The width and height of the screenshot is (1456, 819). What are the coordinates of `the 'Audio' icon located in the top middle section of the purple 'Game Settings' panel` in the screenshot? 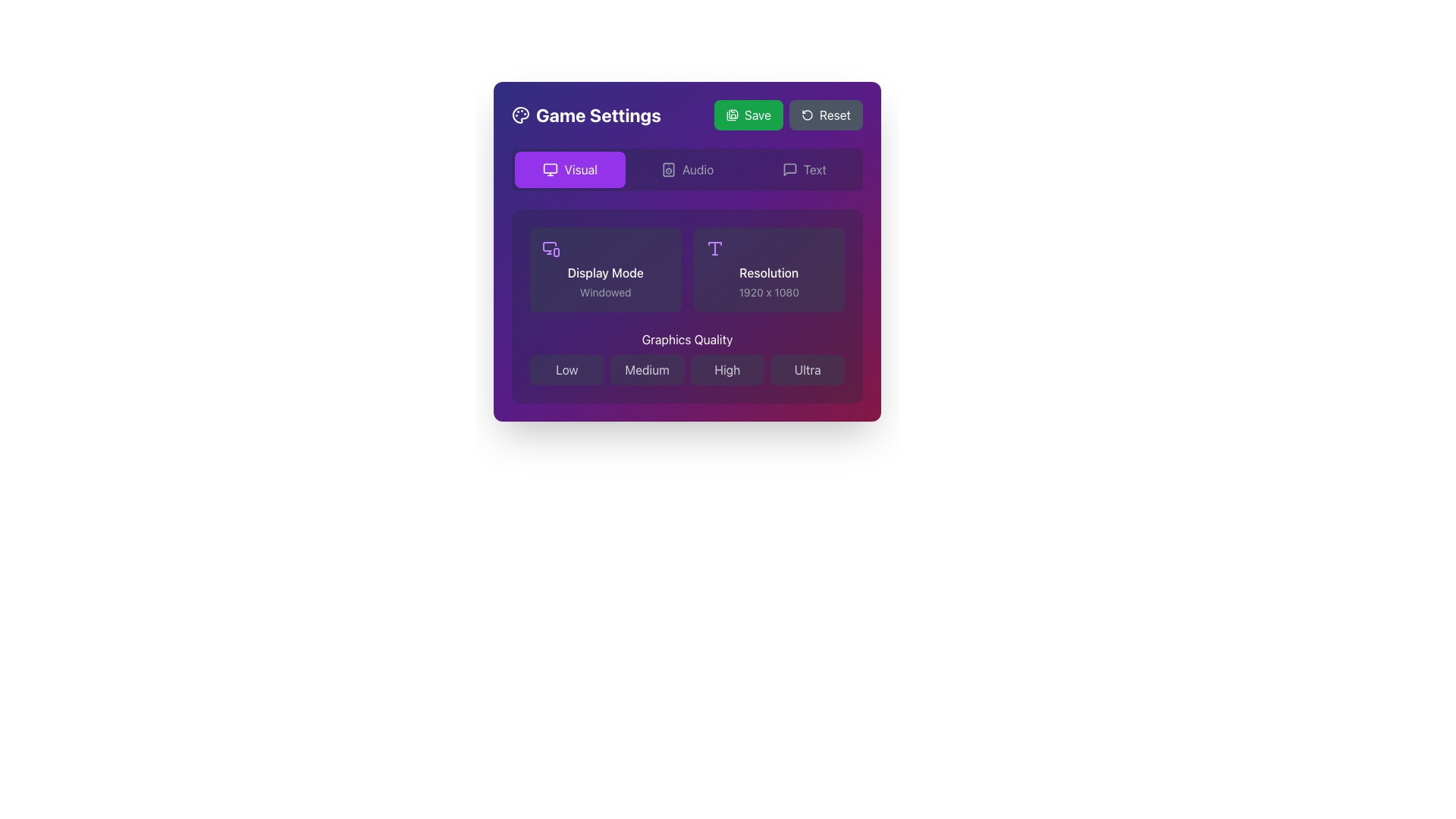 It's located at (667, 169).